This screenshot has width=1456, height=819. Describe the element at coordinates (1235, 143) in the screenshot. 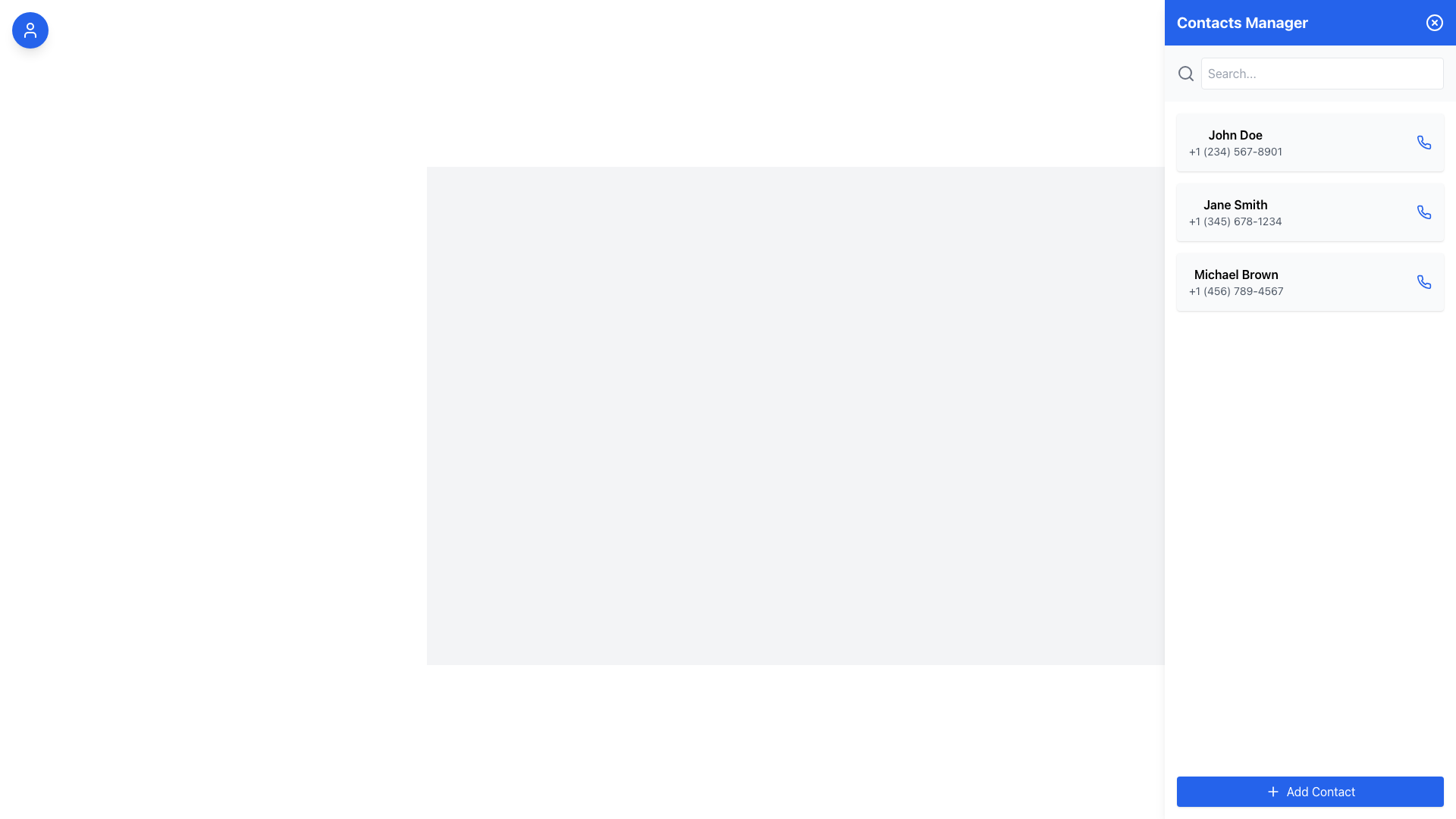

I see `the first entry in the Contacts Manager sidebar that displays the contact's name and phone number` at that location.